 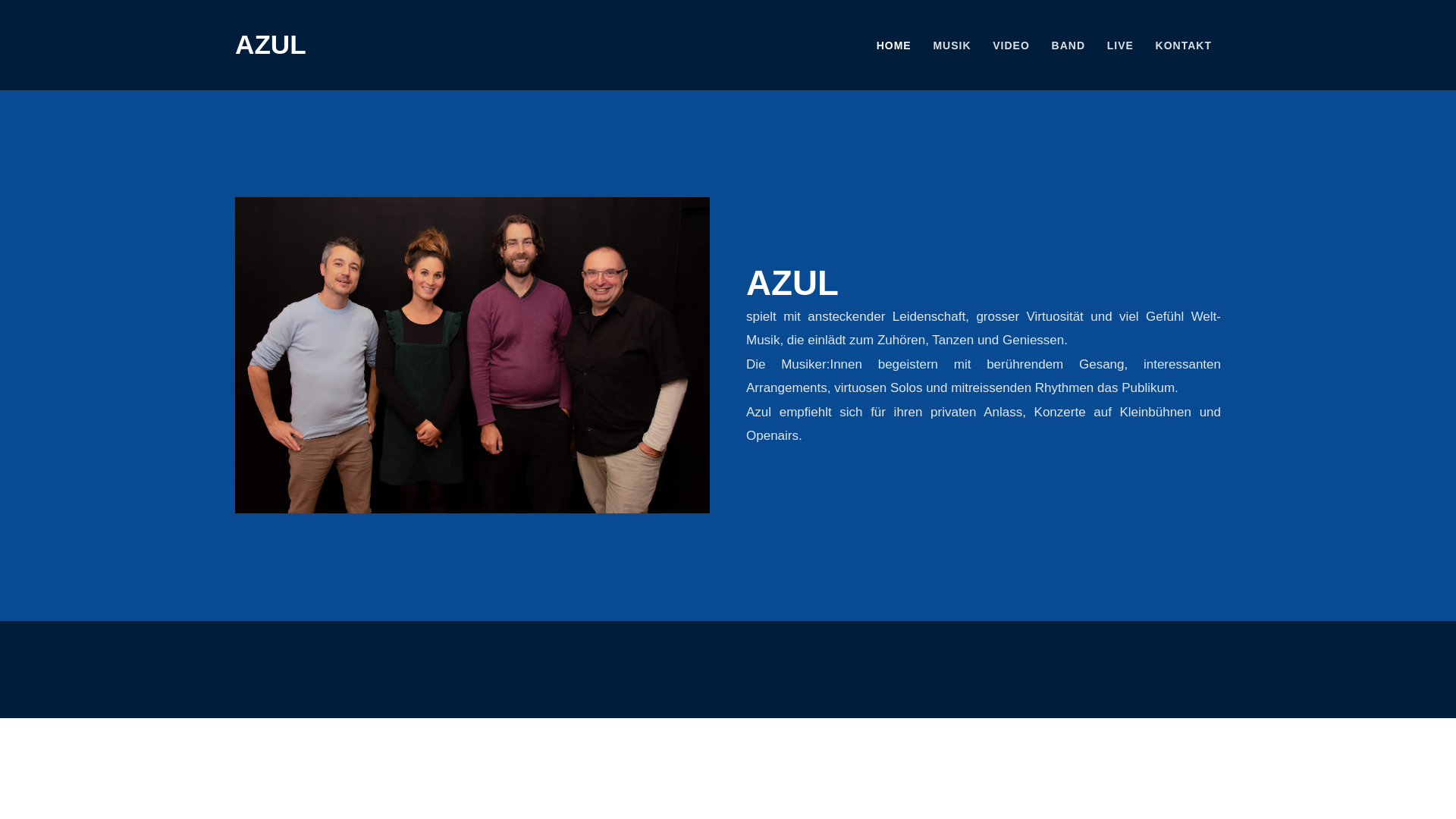 I want to click on 'VIDEO', so click(x=1011, y=45).